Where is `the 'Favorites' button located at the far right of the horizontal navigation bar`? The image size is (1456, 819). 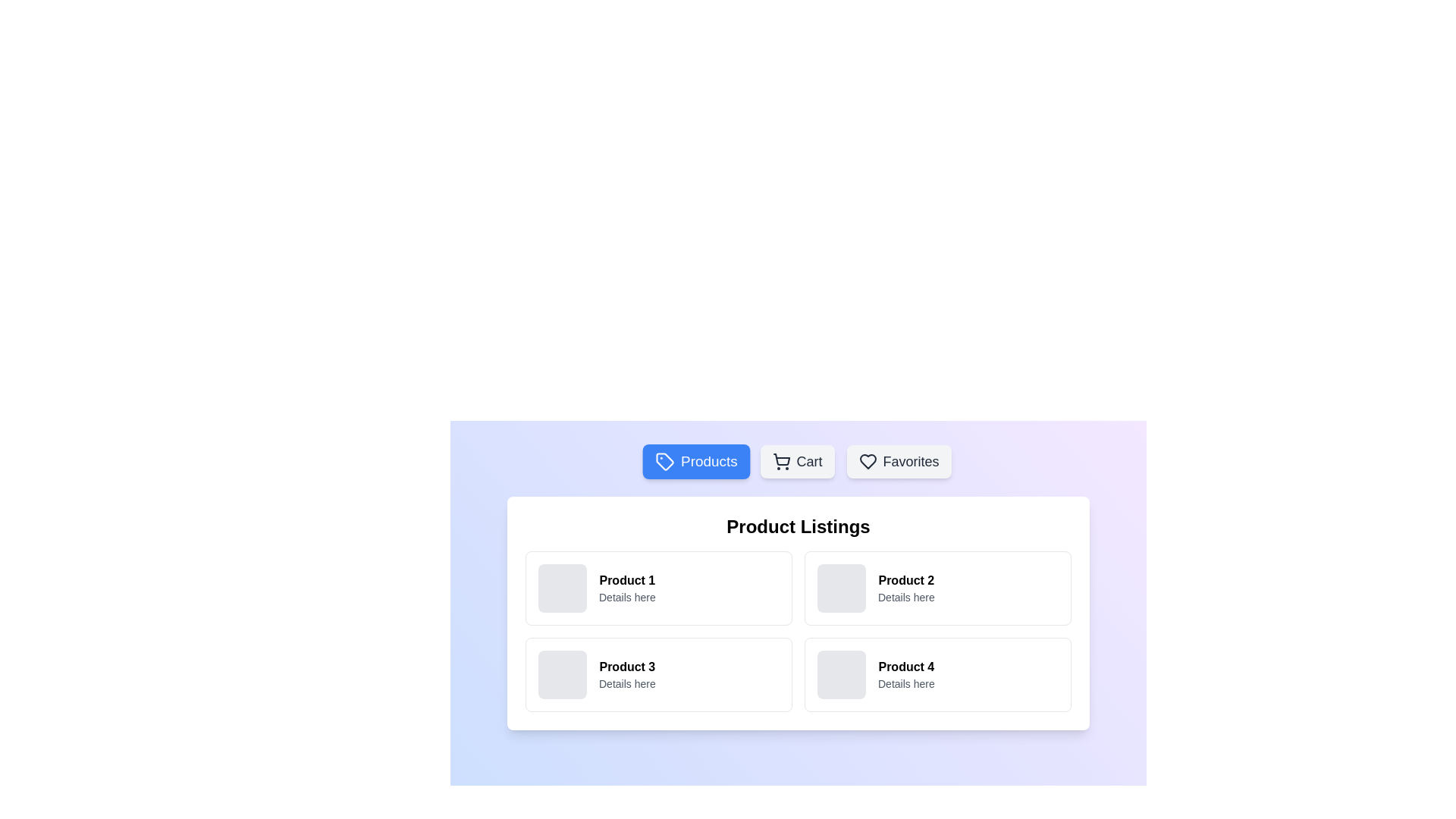
the 'Favorites' button located at the far right of the horizontal navigation bar is located at coordinates (899, 461).